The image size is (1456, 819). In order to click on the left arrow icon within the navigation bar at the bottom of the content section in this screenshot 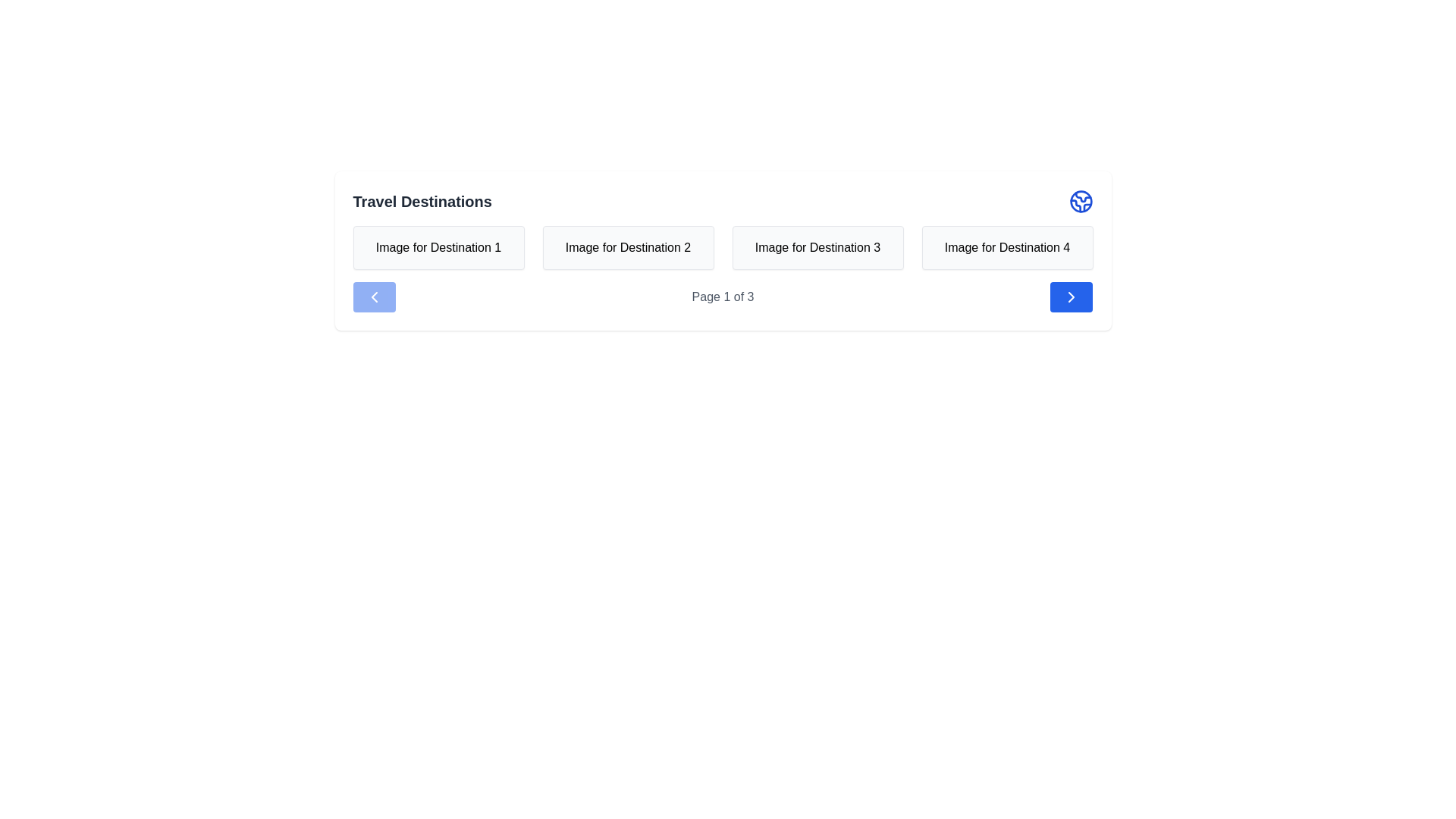, I will do `click(374, 297)`.